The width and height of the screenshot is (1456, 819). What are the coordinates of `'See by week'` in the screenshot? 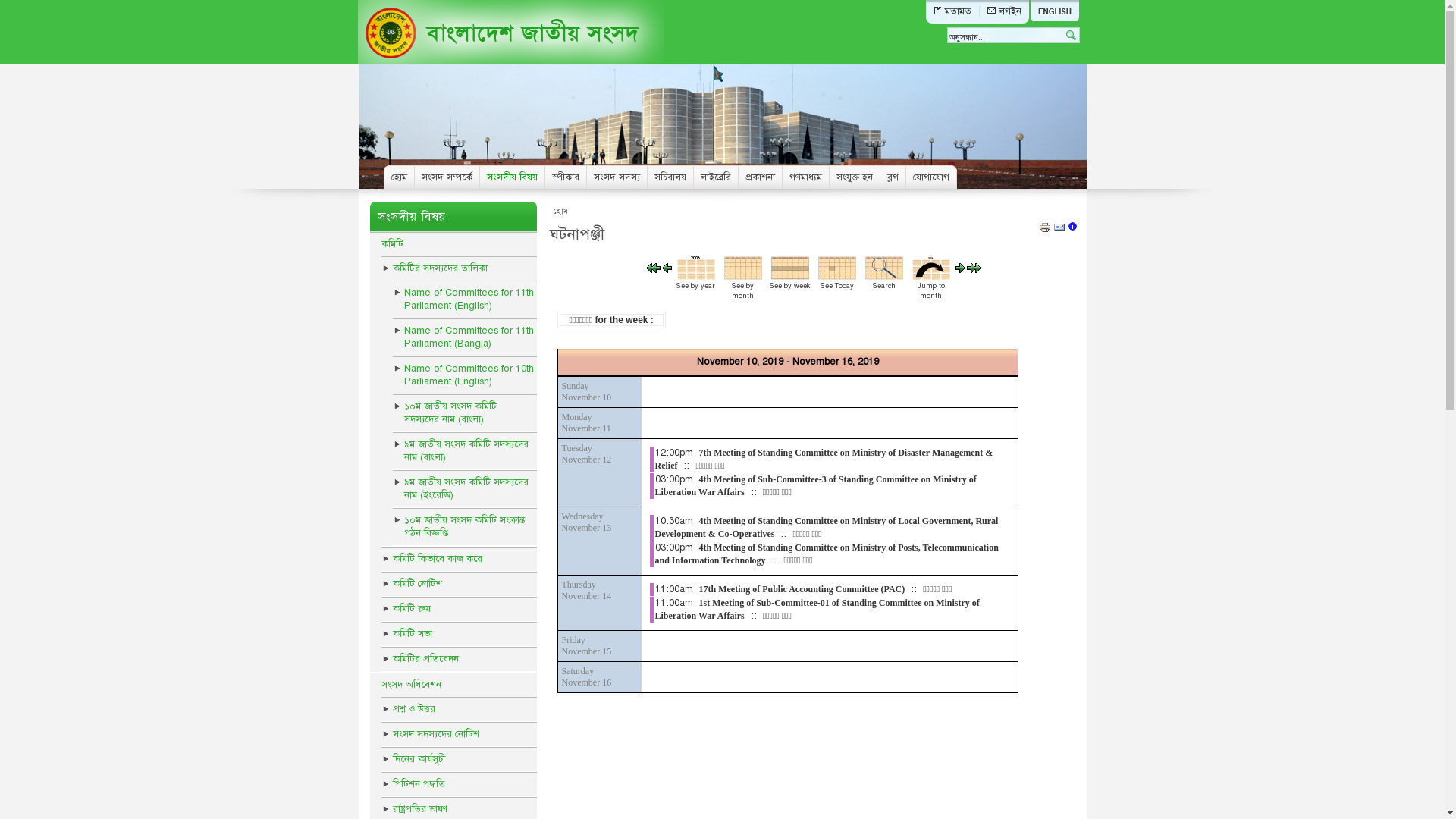 It's located at (771, 277).